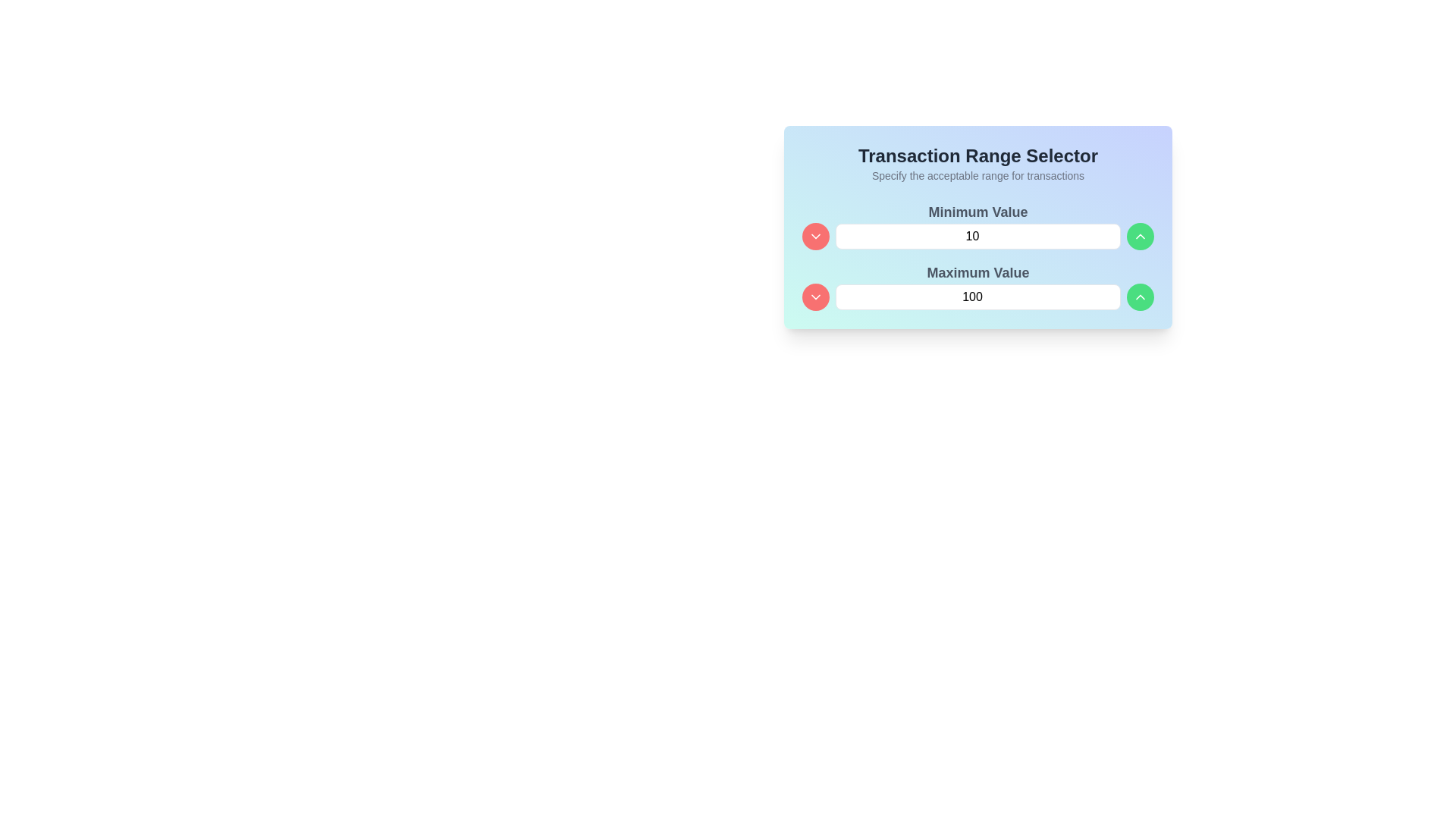 The height and width of the screenshot is (819, 1456). What do you see at coordinates (814, 237) in the screenshot?
I see `the circular red button with a downward-facing chevron icon, located to the left of the 'Minimum Value' input field, for keyboard accessibility` at bounding box center [814, 237].